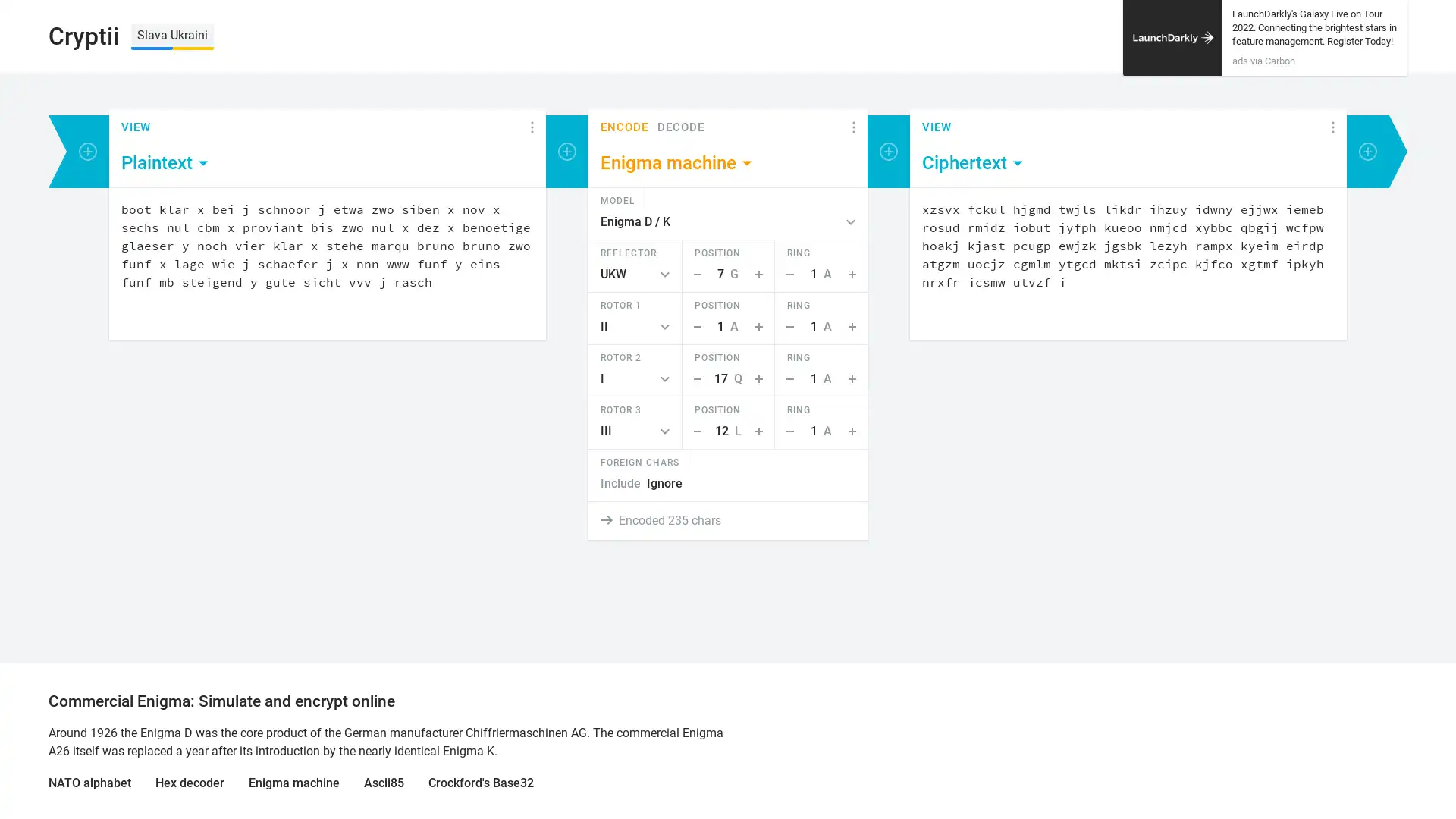 This screenshot has width=1456, height=819. What do you see at coordinates (761, 326) in the screenshot?
I see `Step Up` at bounding box center [761, 326].